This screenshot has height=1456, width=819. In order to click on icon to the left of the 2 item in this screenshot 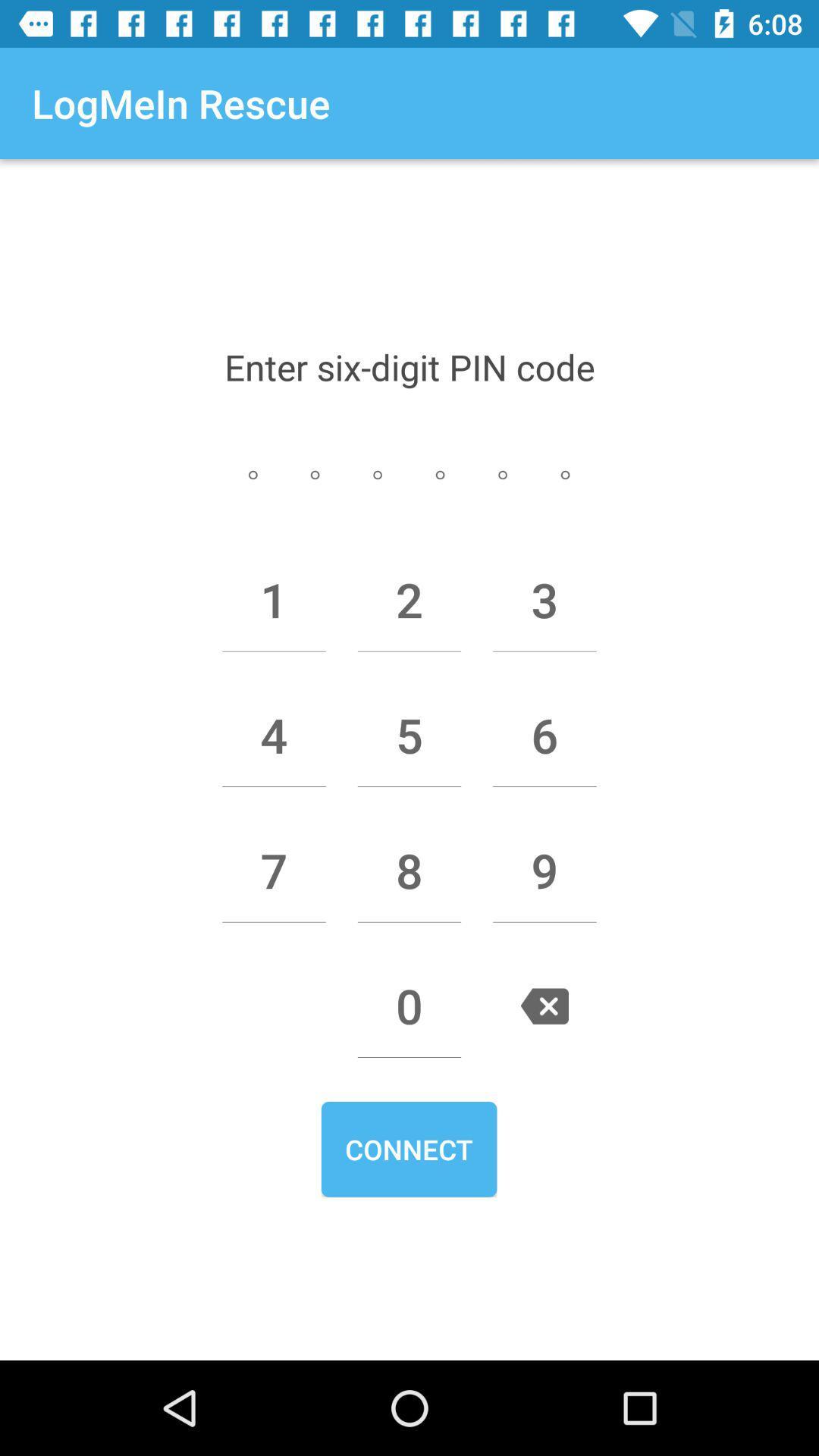, I will do `click(274, 599)`.